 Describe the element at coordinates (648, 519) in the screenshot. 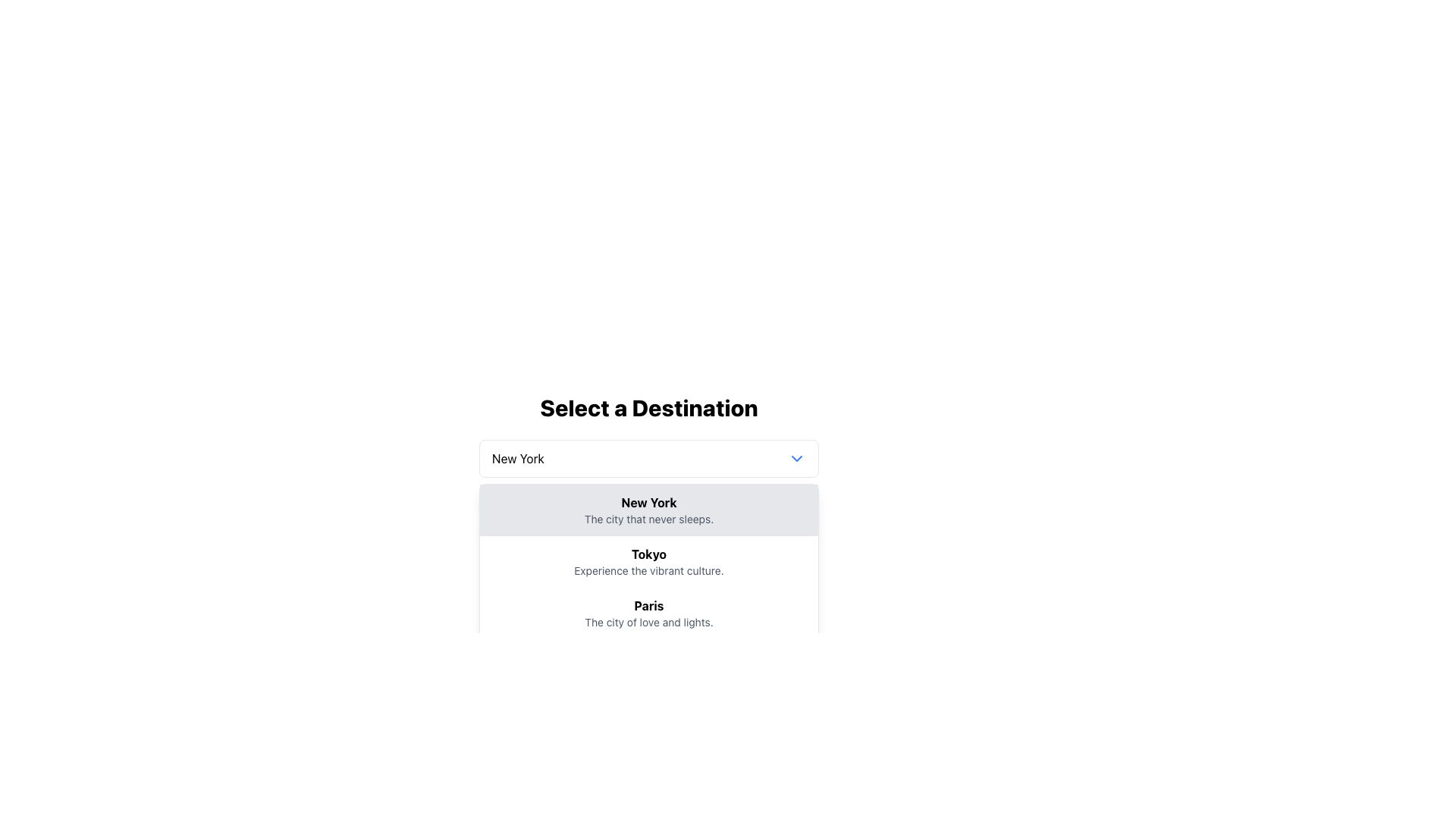

I see `the Text Label displaying 'The city that never sleeps.' which is positioned beneath the bold 'New York' text in the dropdown menu` at that location.